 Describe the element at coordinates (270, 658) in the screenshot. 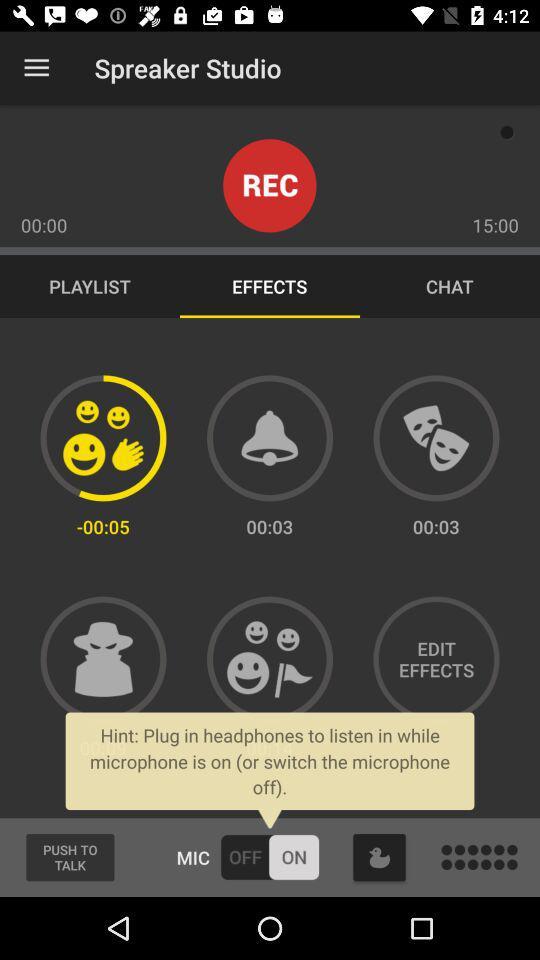

I see `laughter and cheering` at that location.